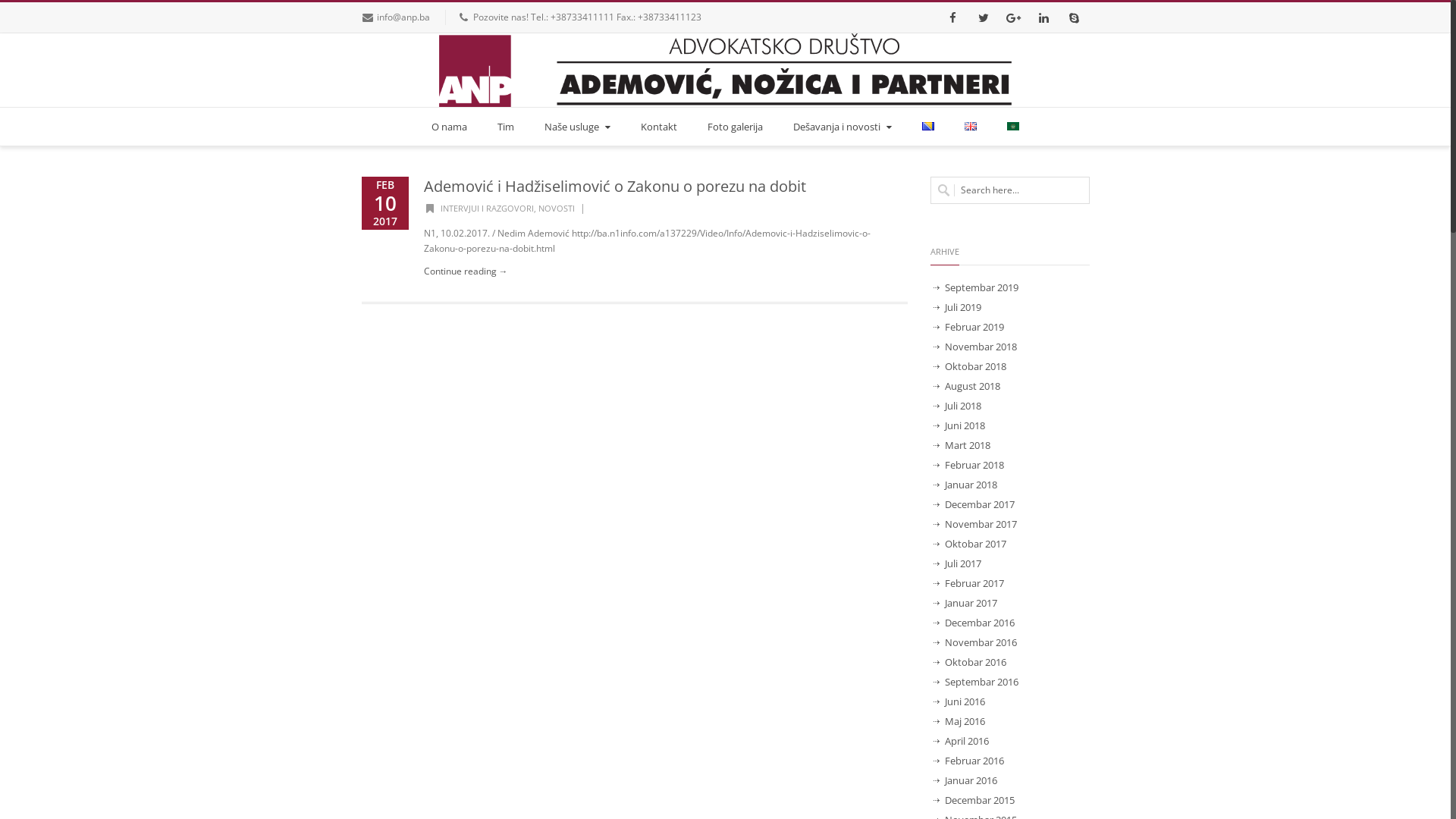 The width and height of the screenshot is (1456, 819). Describe the element at coordinates (556, 208) in the screenshot. I see `'NOVOSTI'` at that location.